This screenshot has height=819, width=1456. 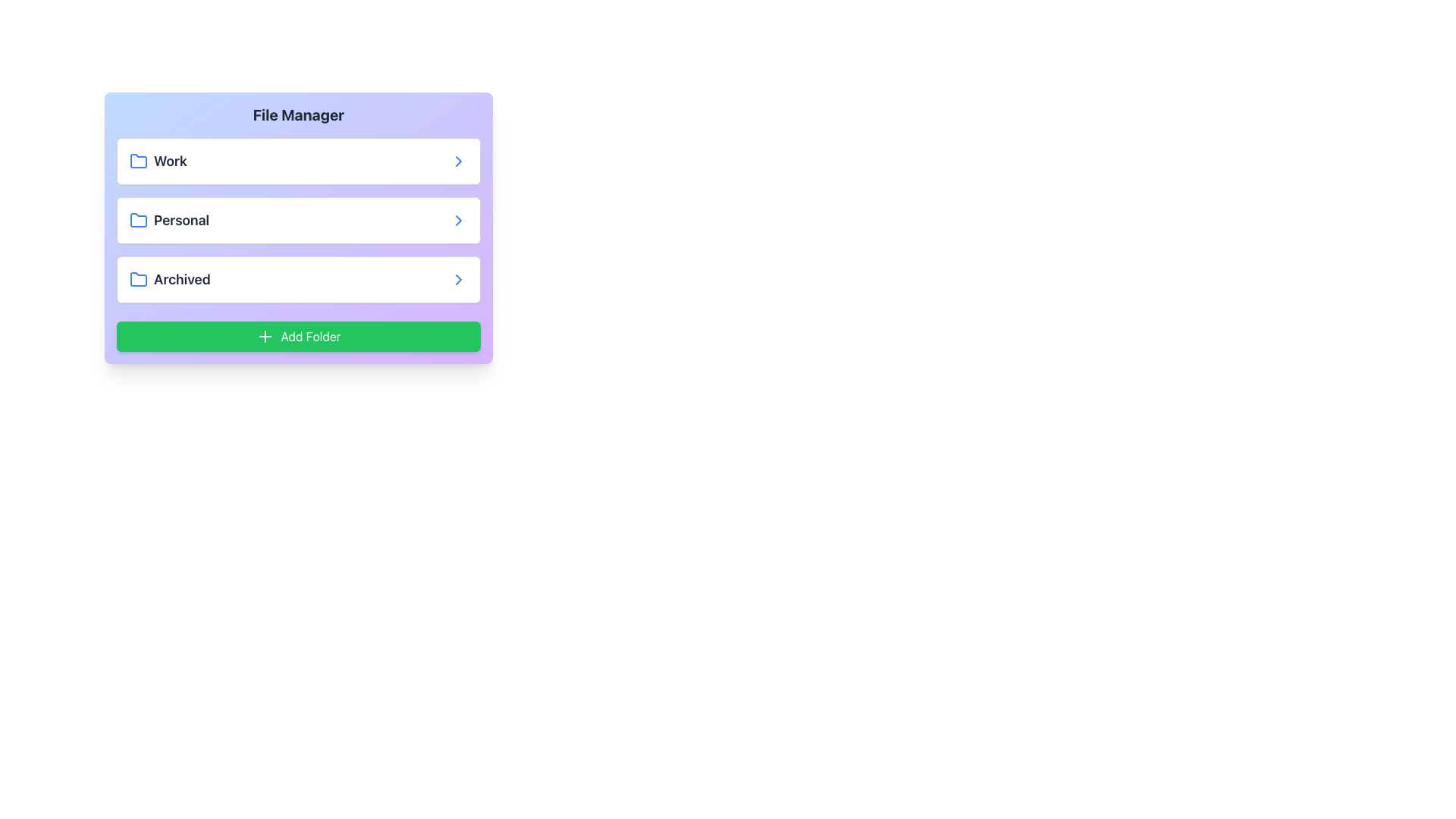 I want to click on the right-facing chevron icon indicating navigation, located to the right of the 'Work' folder label, so click(x=457, y=161).